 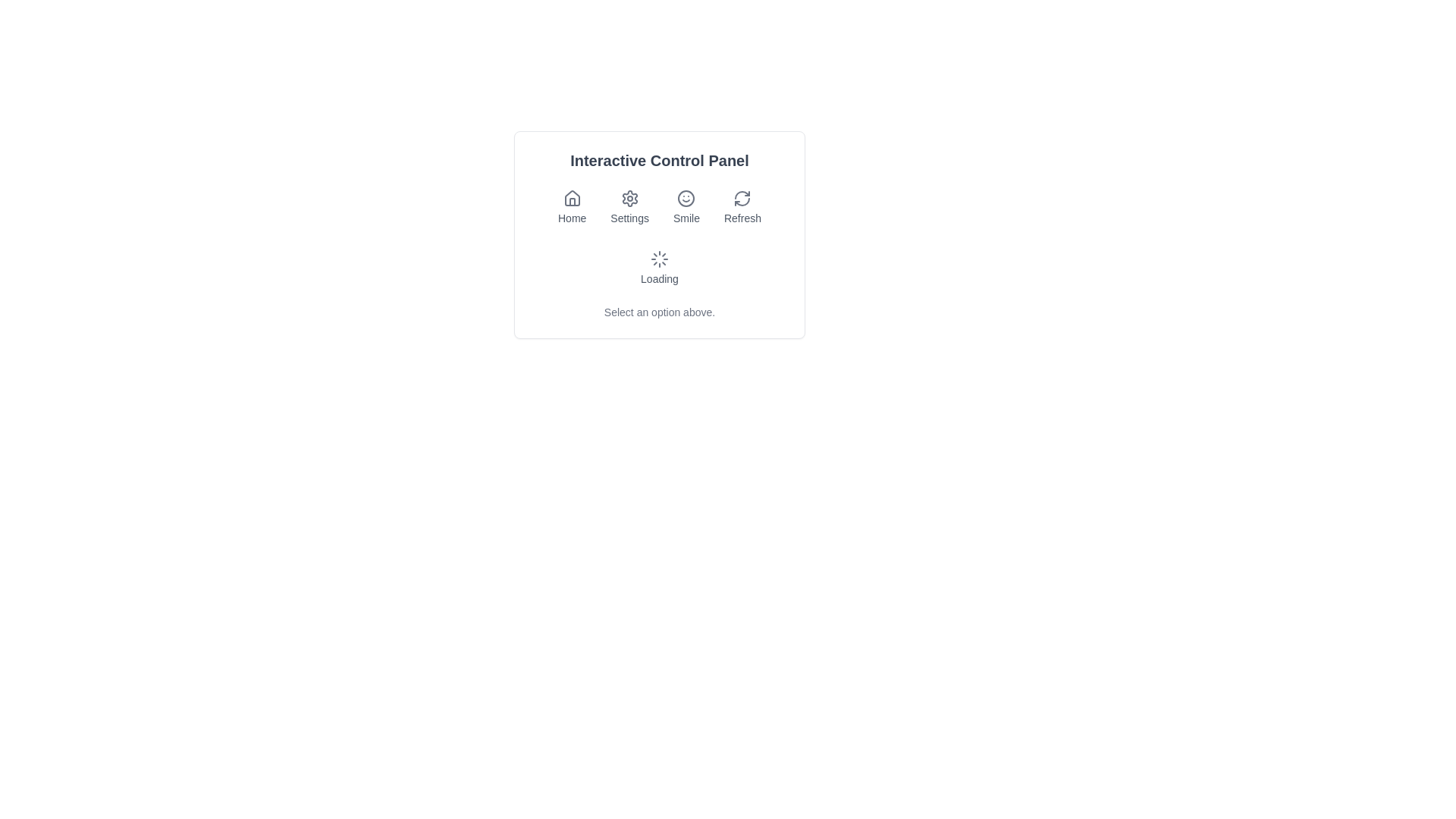 I want to click on the smiley face icon, which is the third icon in the row under the 'Interactive Control Panel', positioned between the 'Settings' and 'Refresh' icons, so click(x=686, y=198).